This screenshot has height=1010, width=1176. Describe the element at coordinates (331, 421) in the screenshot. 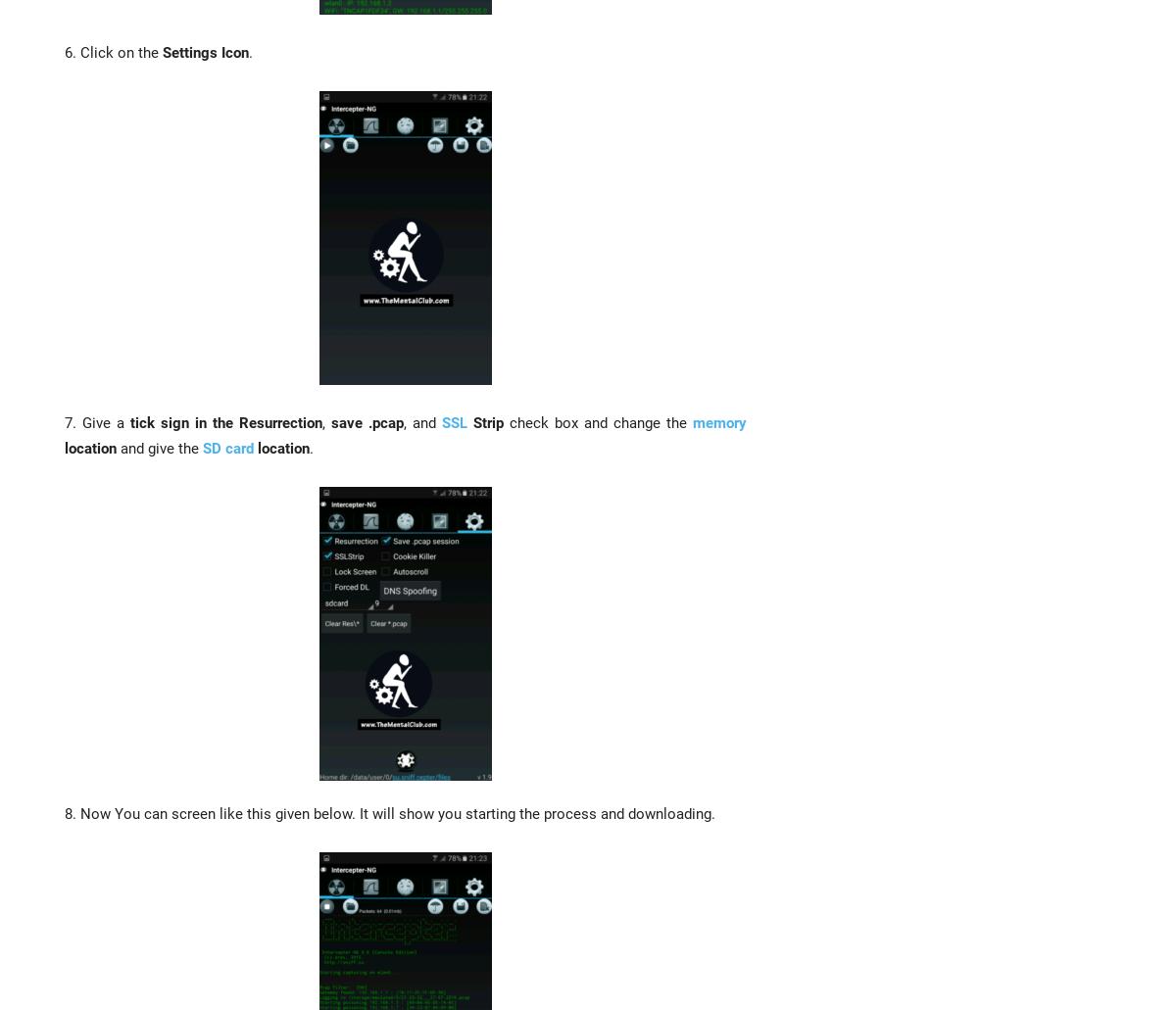

I see `'save'` at that location.